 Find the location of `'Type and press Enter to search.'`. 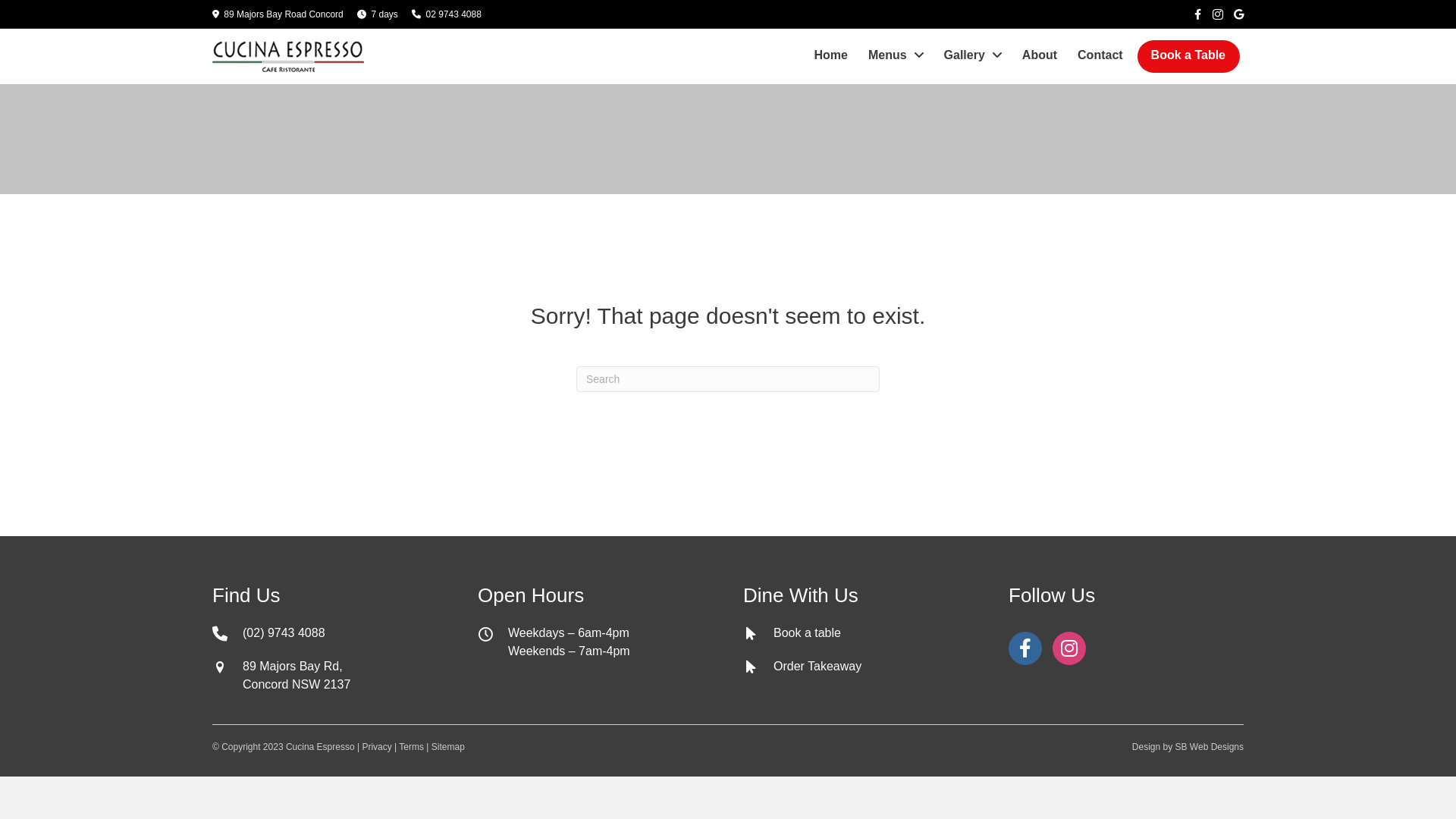

'Type and press Enter to search.' is located at coordinates (728, 378).